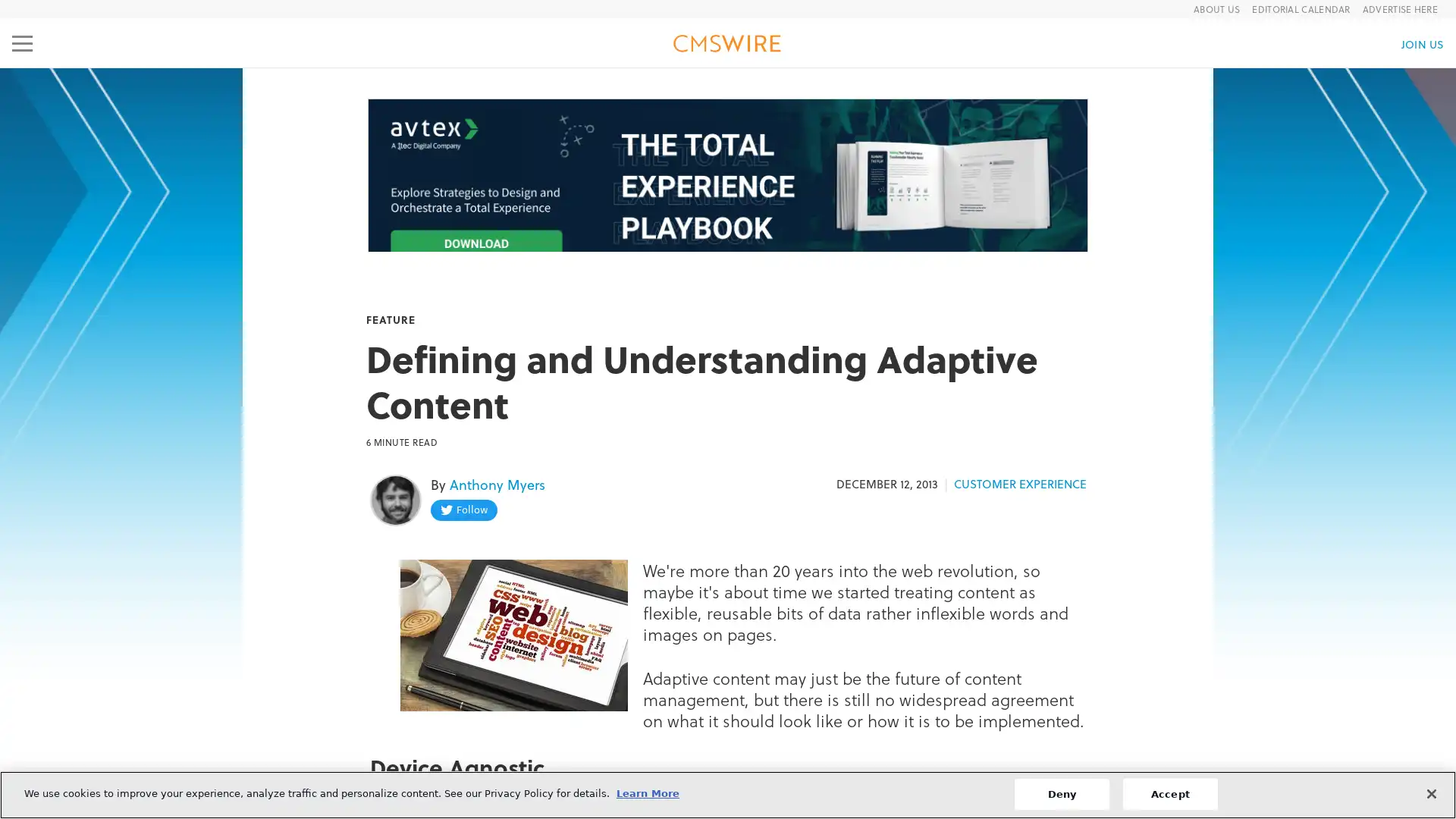 The height and width of the screenshot is (819, 1456). I want to click on By submitting this form you are consenting to our privacy policy and to being contacted by SMG/CMSWire., so click(726, 489).